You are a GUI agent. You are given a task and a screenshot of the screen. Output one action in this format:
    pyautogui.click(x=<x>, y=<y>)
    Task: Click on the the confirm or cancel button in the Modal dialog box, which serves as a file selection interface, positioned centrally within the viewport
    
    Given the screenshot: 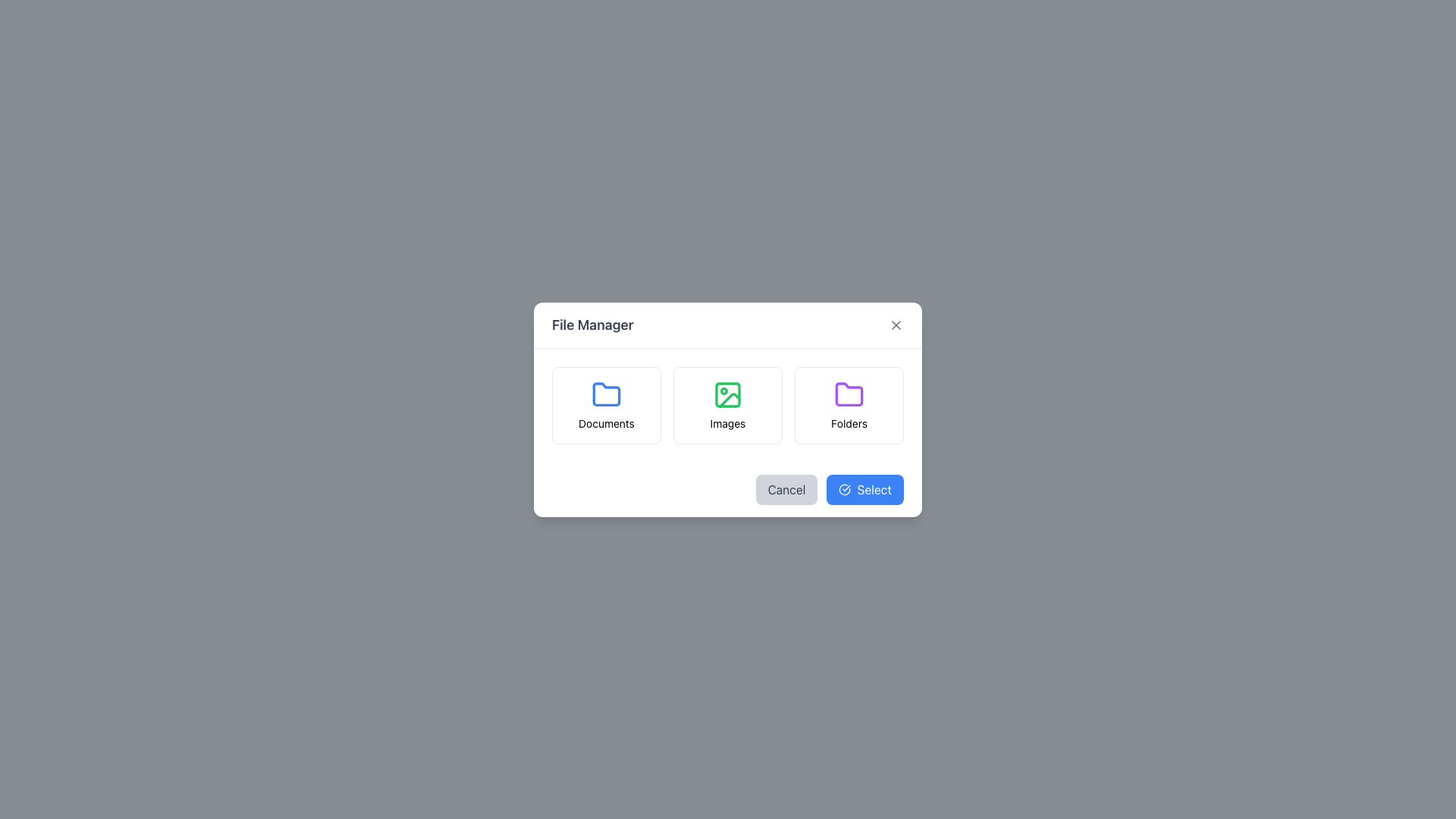 What is the action you would take?
    pyautogui.click(x=728, y=409)
    